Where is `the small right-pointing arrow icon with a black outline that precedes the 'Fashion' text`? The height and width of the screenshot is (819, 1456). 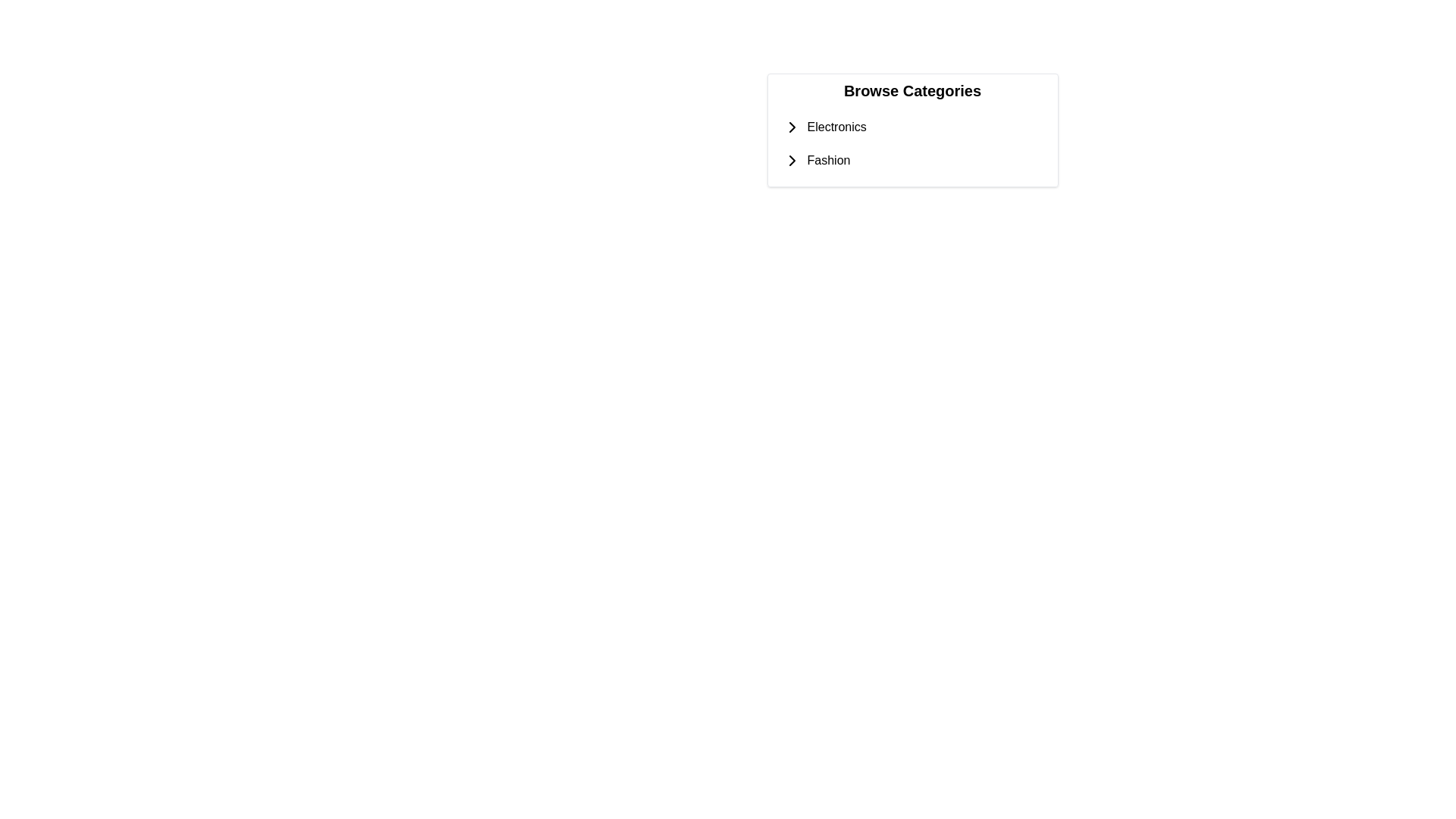 the small right-pointing arrow icon with a black outline that precedes the 'Fashion' text is located at coordinates (791, 161).